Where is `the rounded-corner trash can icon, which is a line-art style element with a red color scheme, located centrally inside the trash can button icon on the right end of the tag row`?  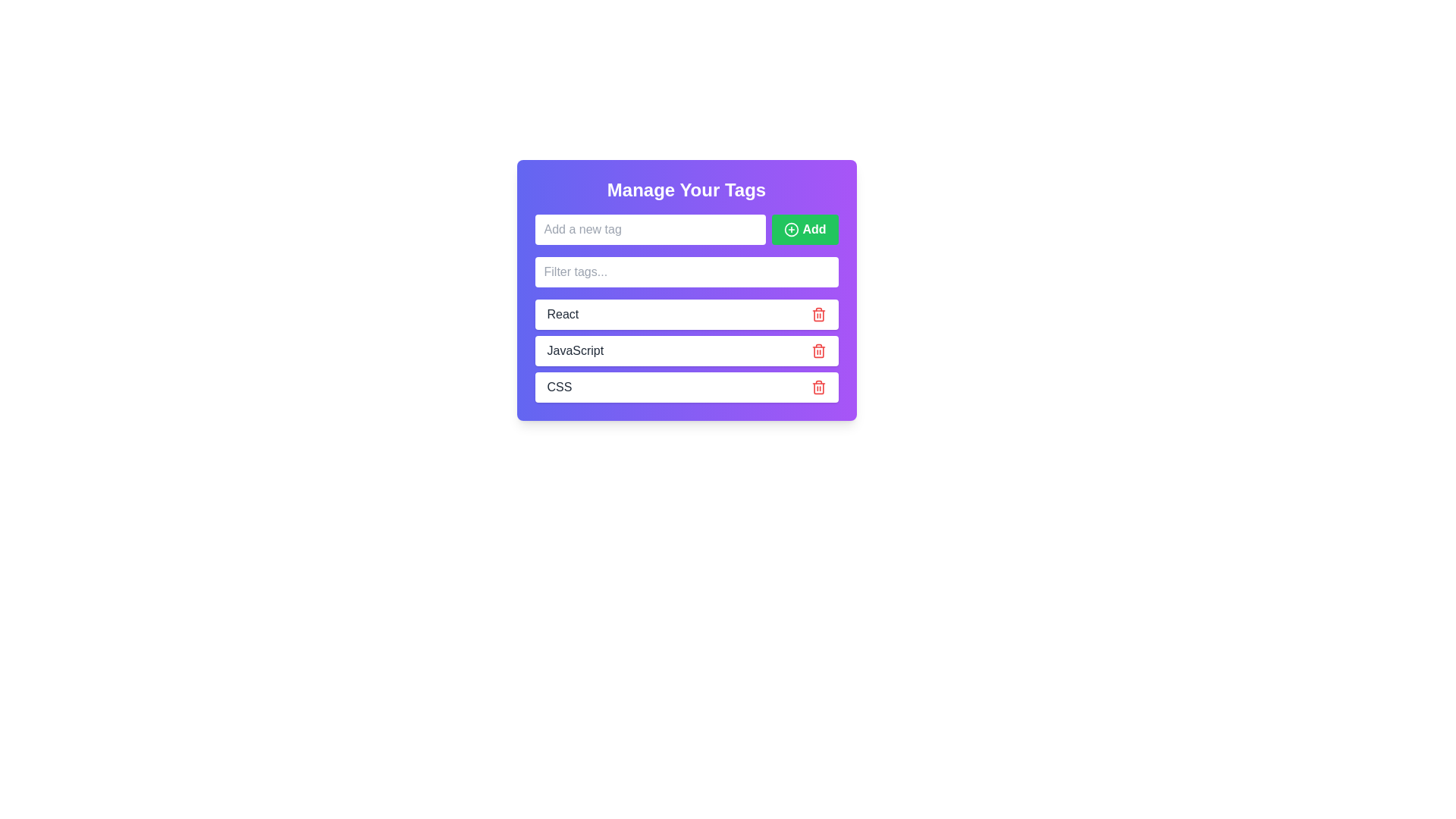 the rounded-corner trash can icon, which is a line-art style element with a red color scheme, located centrally inside the trash can button icon on the right end of the tag row is located at coordinates (817, 388).